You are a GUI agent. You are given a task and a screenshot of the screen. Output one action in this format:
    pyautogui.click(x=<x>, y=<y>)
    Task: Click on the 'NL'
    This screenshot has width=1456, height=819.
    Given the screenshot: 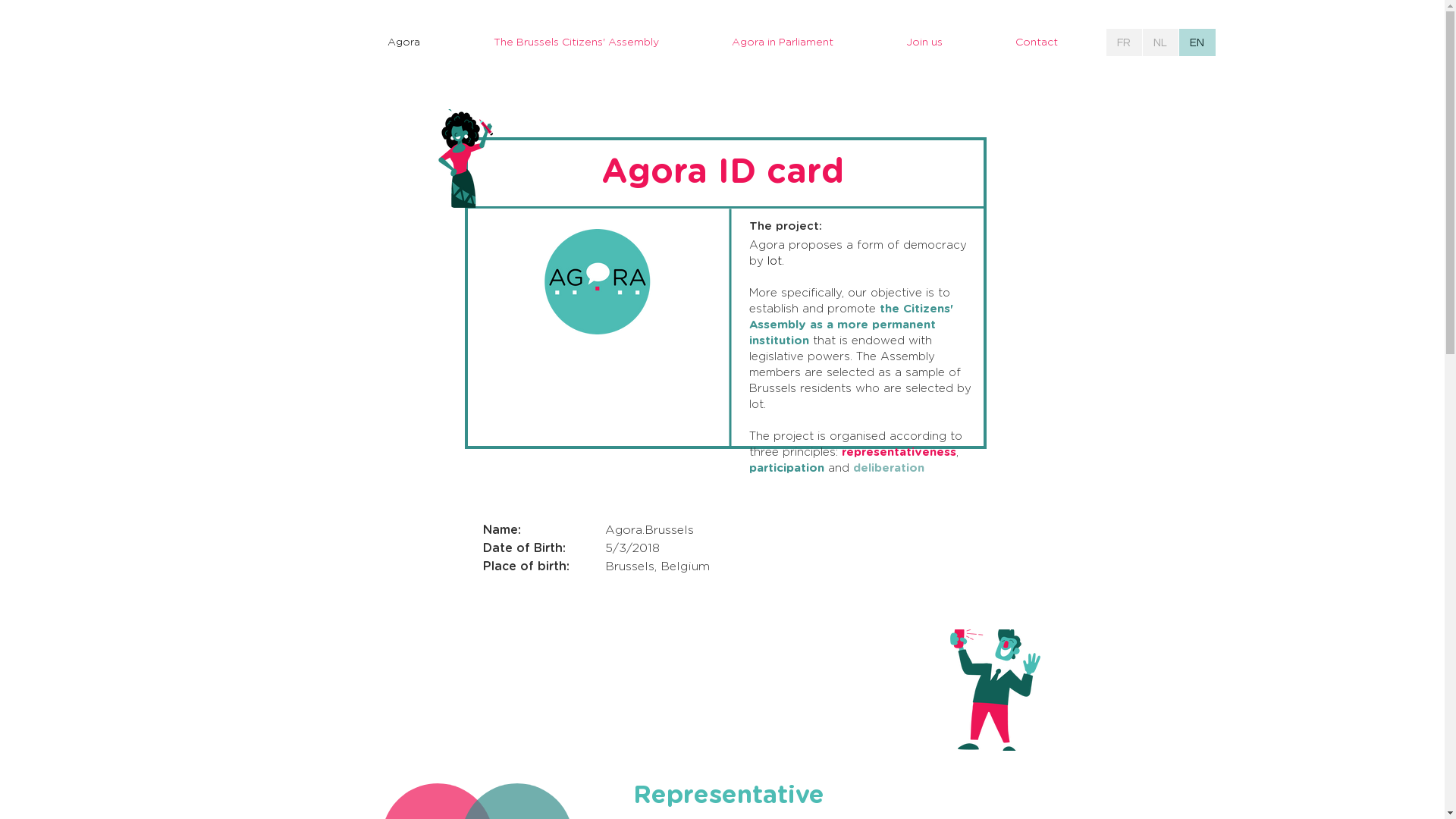 What is the action you would take?
    pyautogui.click(x=1159, y=42)
    